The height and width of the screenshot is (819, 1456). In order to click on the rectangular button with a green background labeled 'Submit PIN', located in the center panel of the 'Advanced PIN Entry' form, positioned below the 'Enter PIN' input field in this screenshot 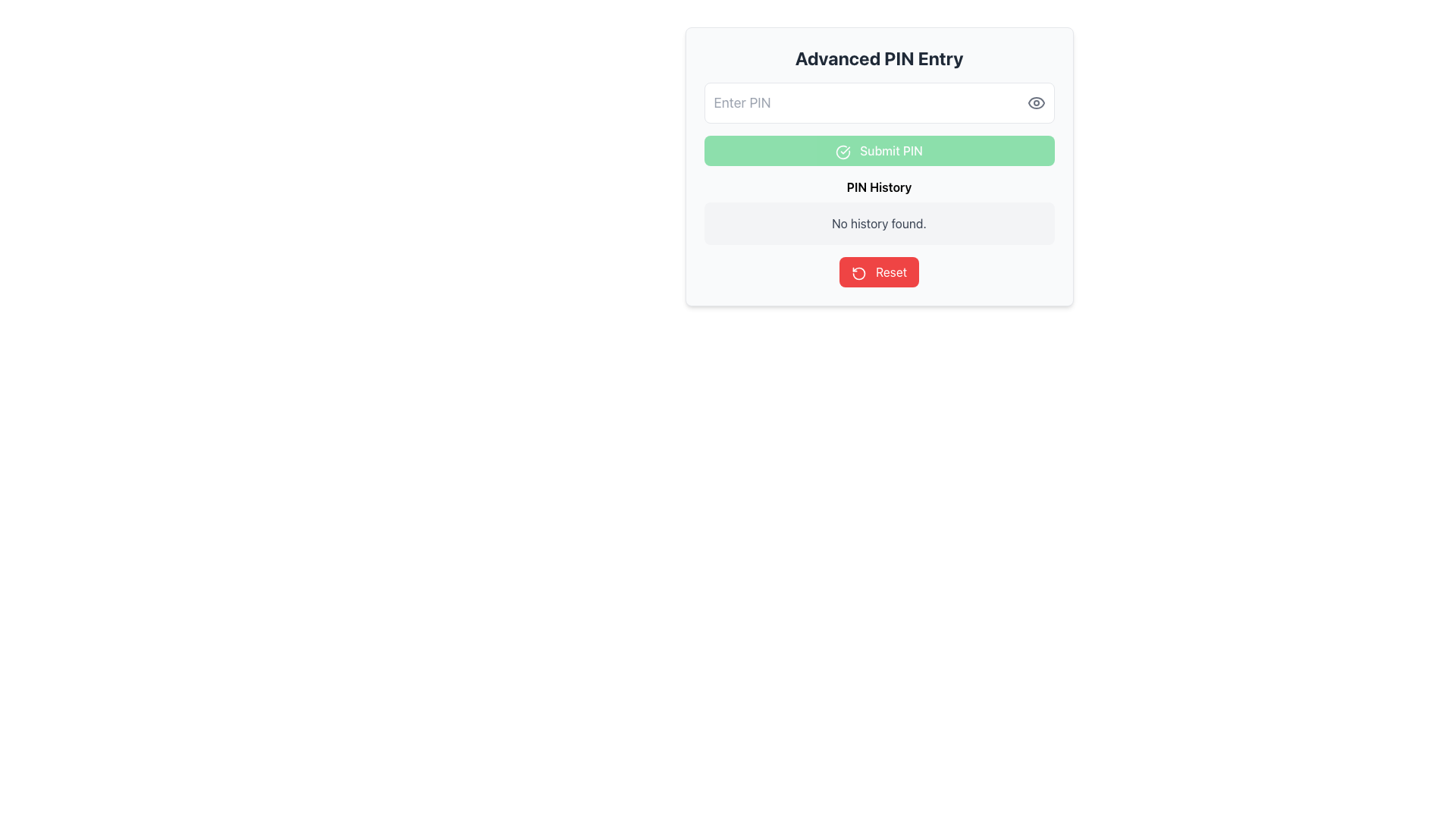, I will do `click(879, 151)`.